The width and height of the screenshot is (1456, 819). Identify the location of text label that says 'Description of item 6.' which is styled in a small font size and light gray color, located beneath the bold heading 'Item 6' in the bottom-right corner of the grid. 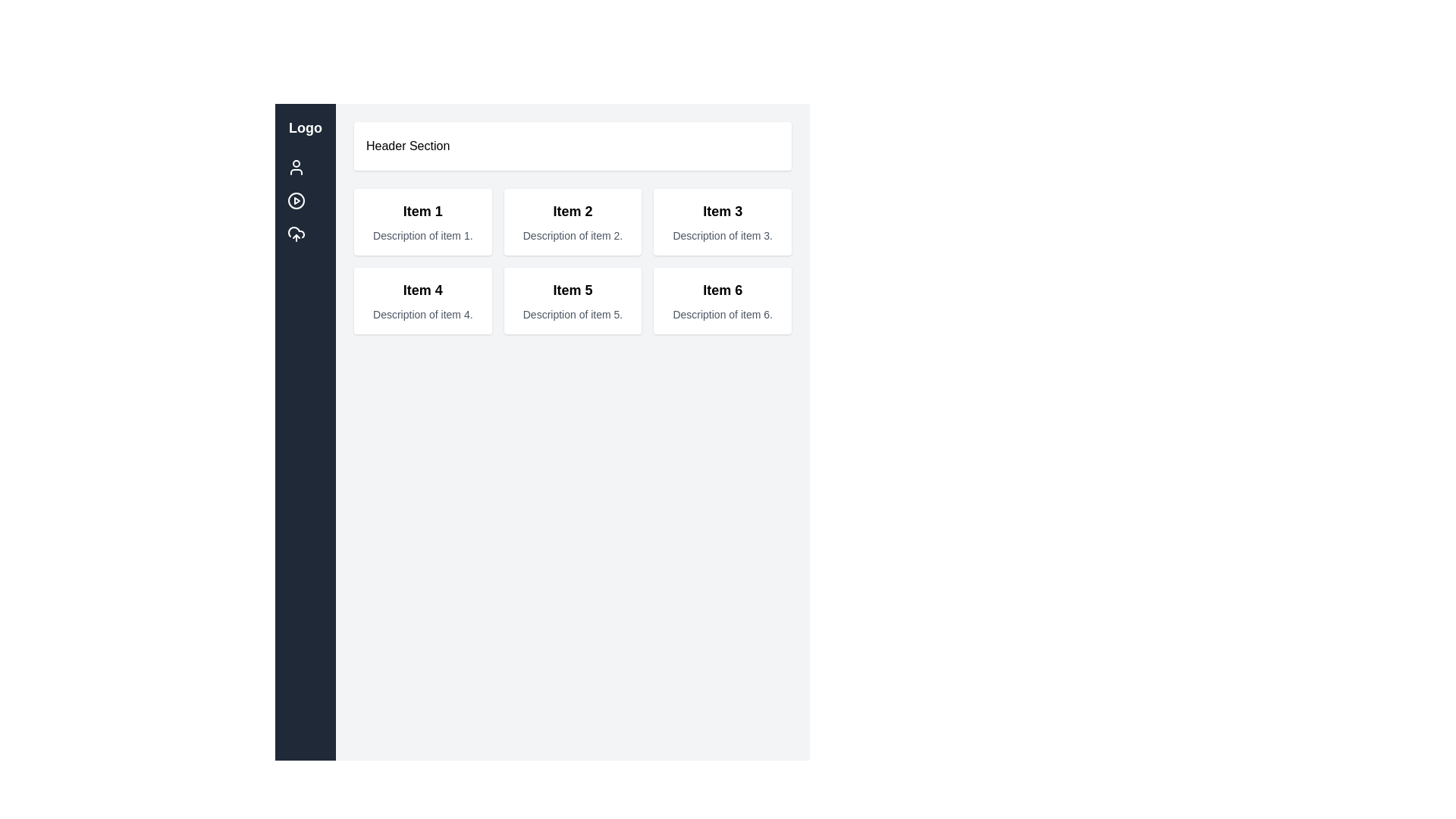
(722, 314).